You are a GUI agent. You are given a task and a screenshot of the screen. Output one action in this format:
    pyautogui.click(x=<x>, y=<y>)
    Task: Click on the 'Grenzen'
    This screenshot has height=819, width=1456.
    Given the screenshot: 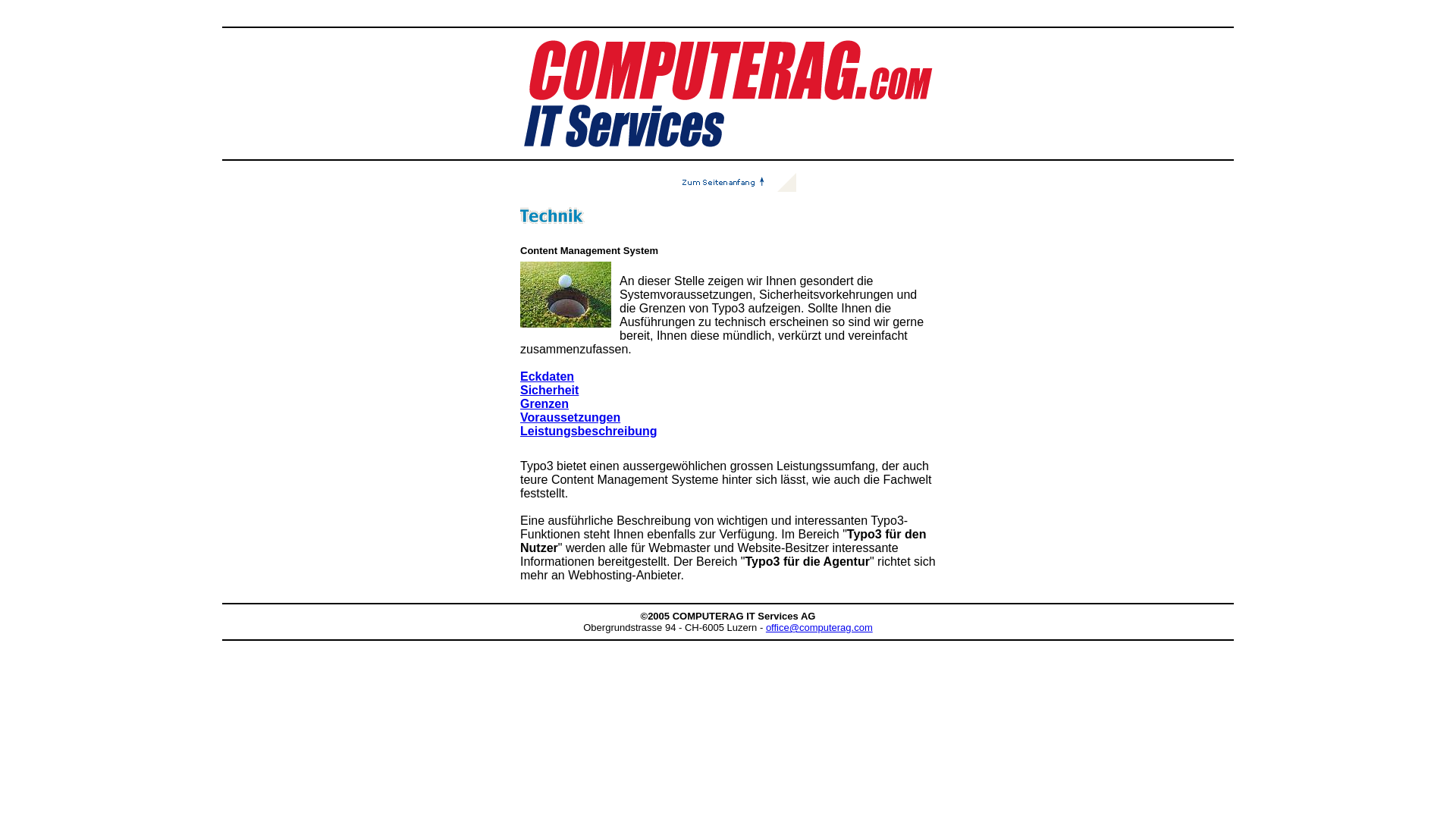 What is the action you would take?
    pyautogui.click(x=544, y=403)
    